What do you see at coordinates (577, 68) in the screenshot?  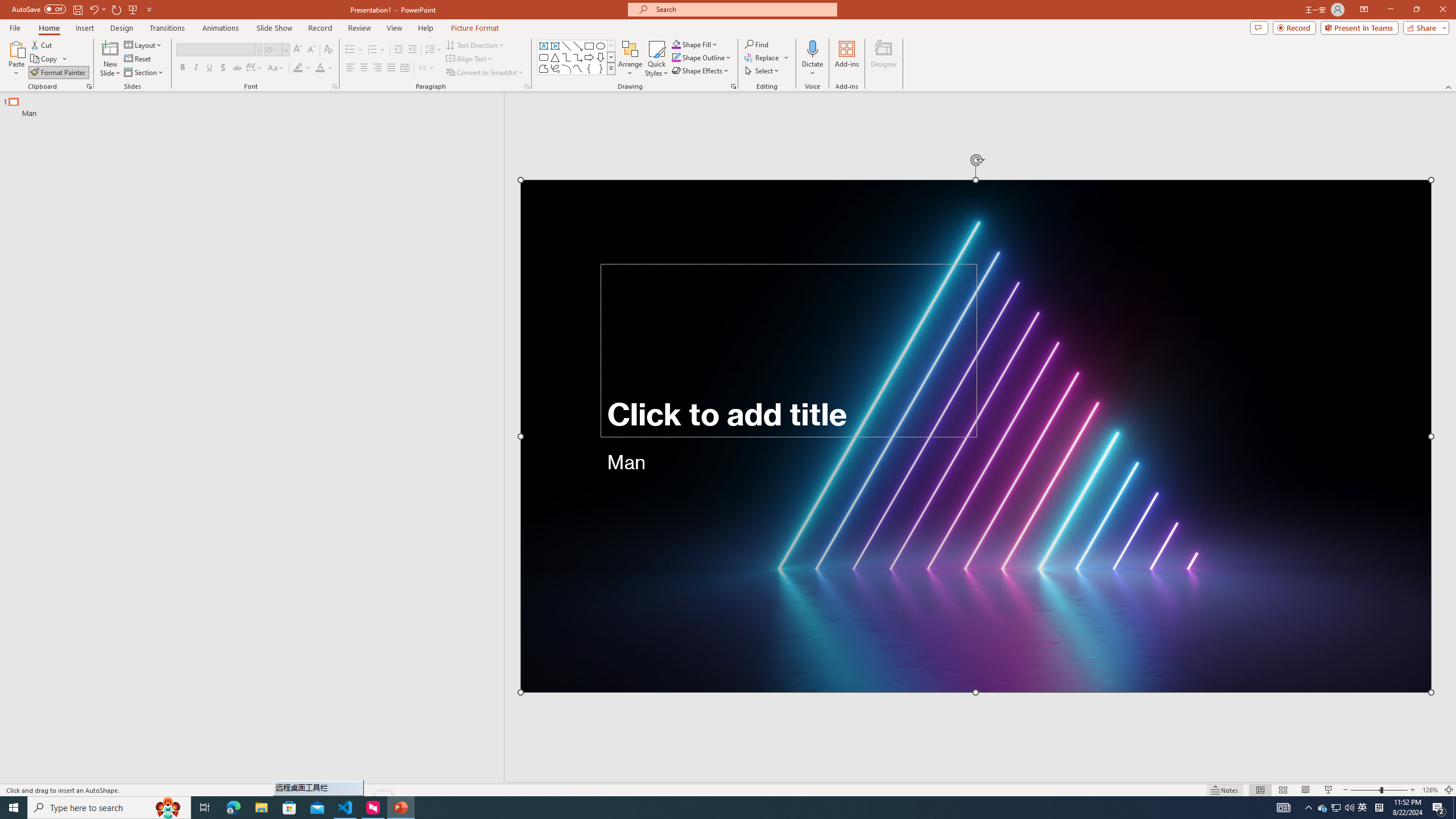 I see `'Curve'` at bounding box center [577, 68].